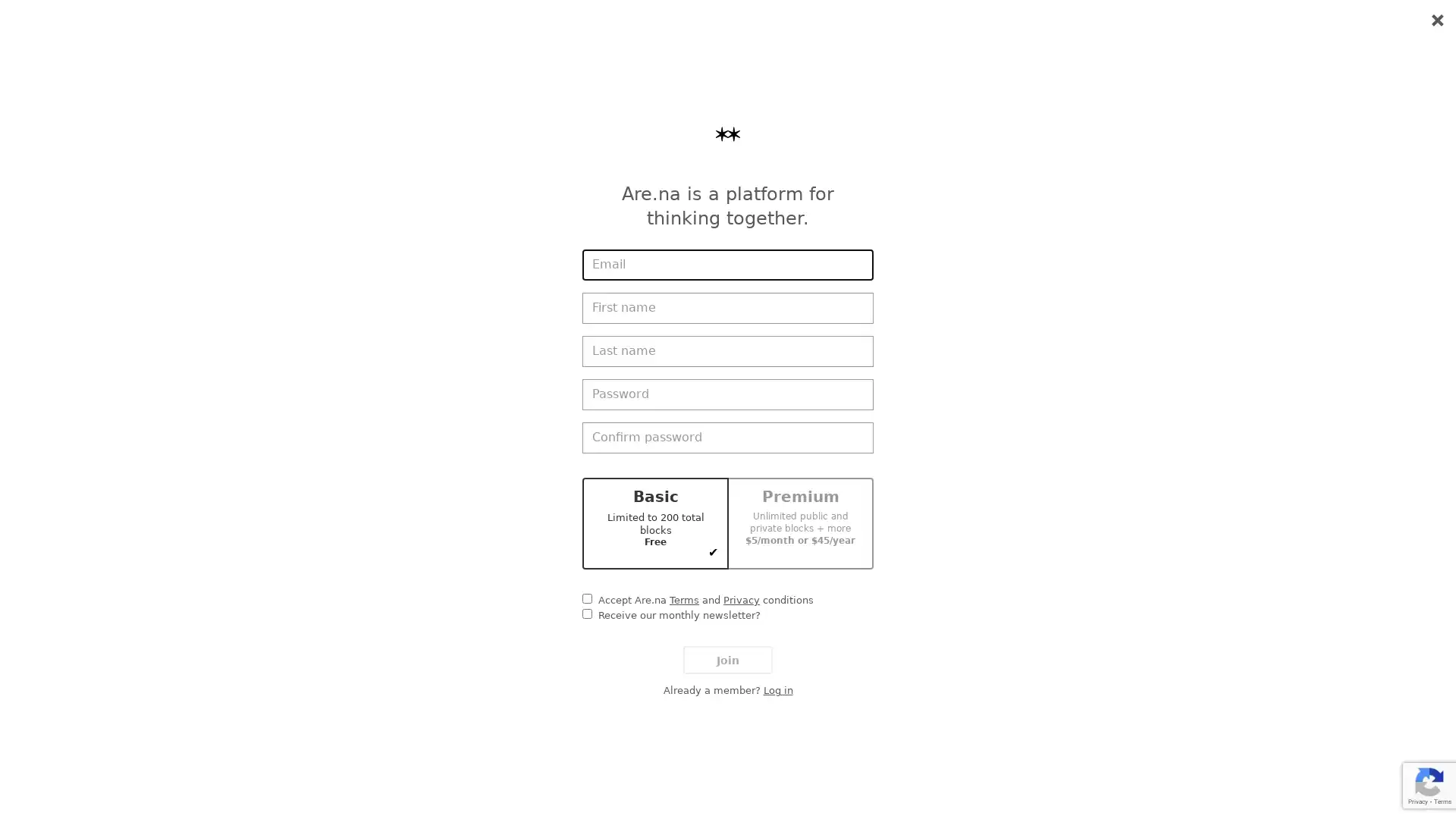  Describe the element at coordinates (728, 659) in the screenshot. I see `Join` at that location.